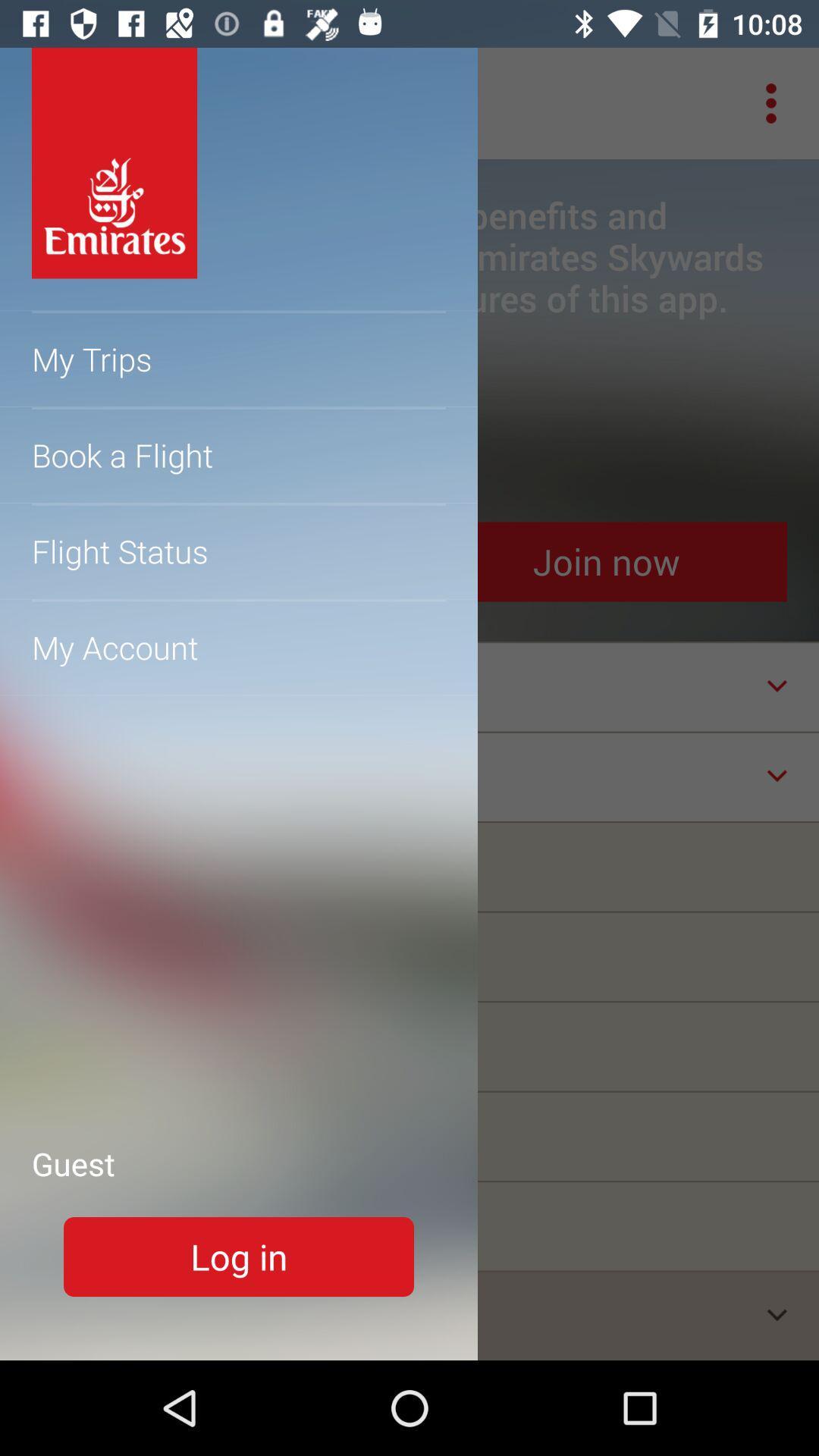 The image size is (819, 1456). I want to click on the expand_more icon, so click(777, 776).